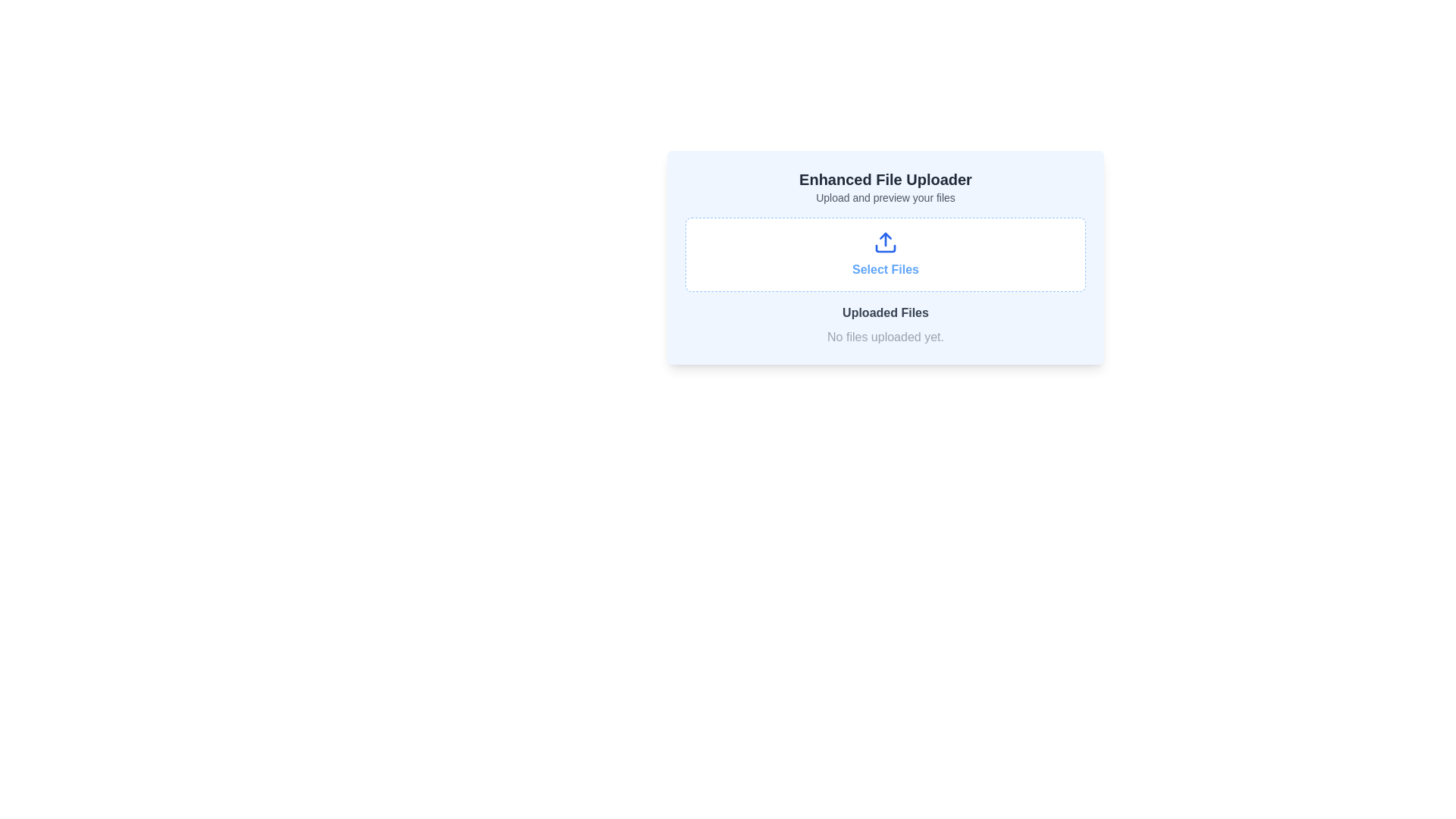 The width and height of the screenshot is (1456, 819). I want to click on the instructional text label that informs users about the file uploader's purpose, positioned below the title 'Enhanced File Uploader', so click(885, 197).